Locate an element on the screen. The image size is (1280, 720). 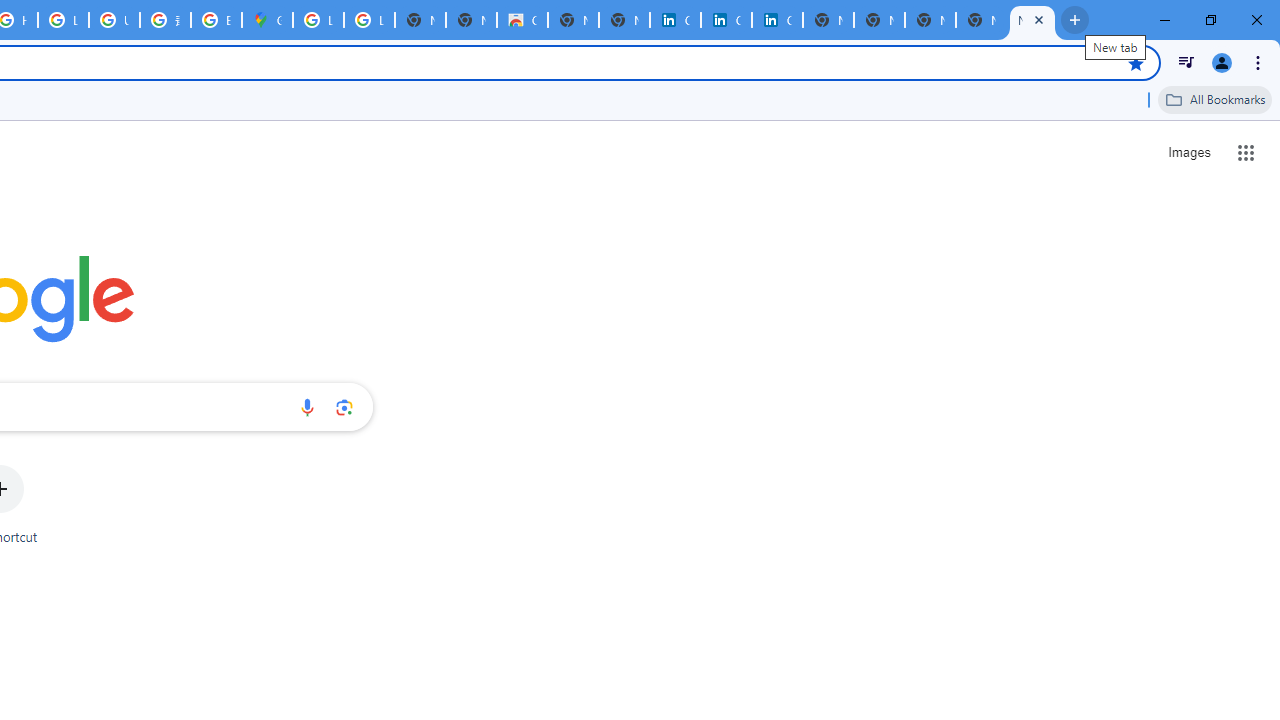
'Cookie Policy | LinkedIn' is located at coordinates (675, 20).